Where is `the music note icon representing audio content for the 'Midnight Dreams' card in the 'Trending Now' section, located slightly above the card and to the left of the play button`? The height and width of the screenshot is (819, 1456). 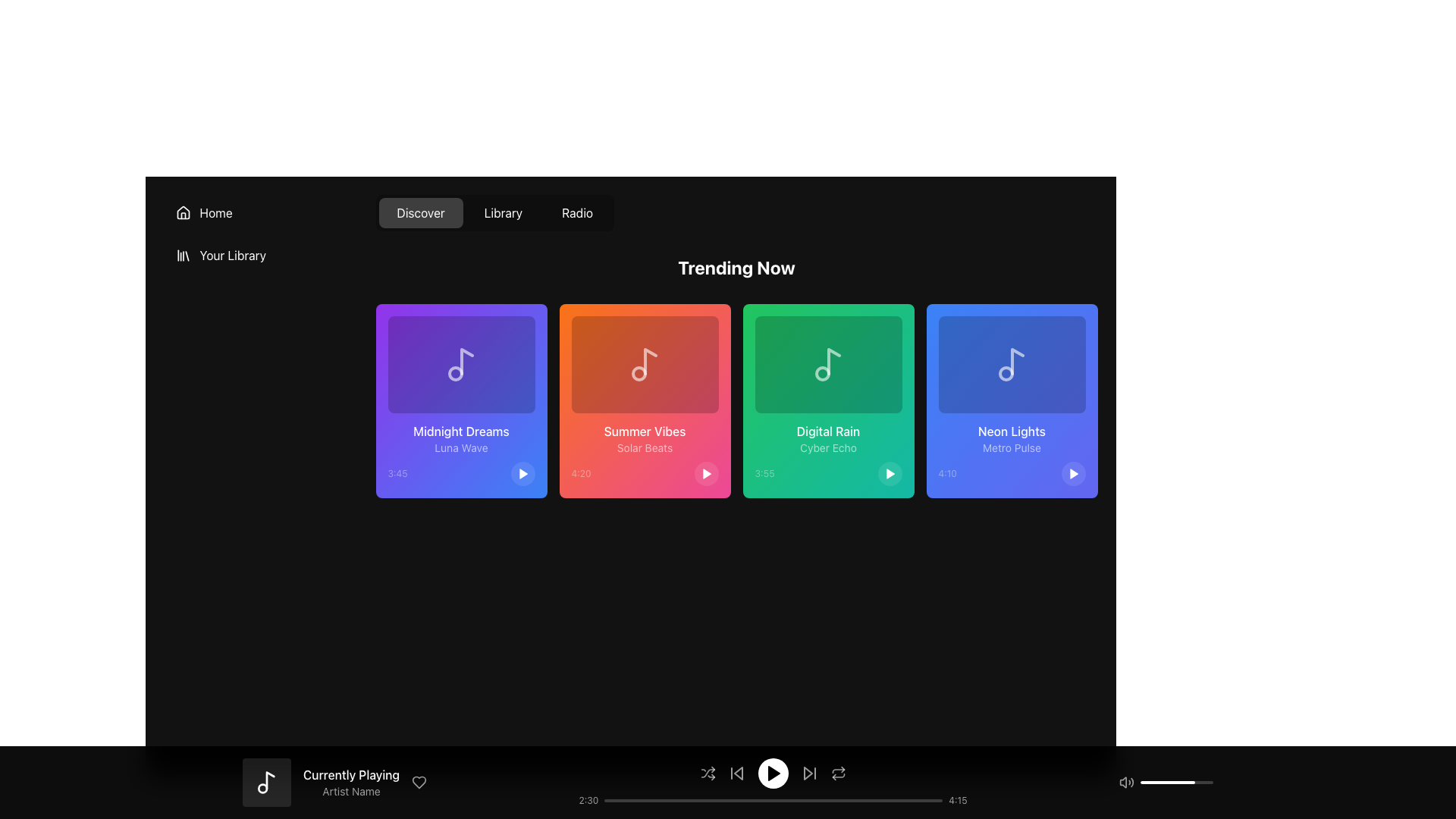 the music note icon representing audio content for the 'Midnight Dreams' card in the 'Trending Now' section, located slightly above the card and to the left of the play button is located at coordinates (466, 362).